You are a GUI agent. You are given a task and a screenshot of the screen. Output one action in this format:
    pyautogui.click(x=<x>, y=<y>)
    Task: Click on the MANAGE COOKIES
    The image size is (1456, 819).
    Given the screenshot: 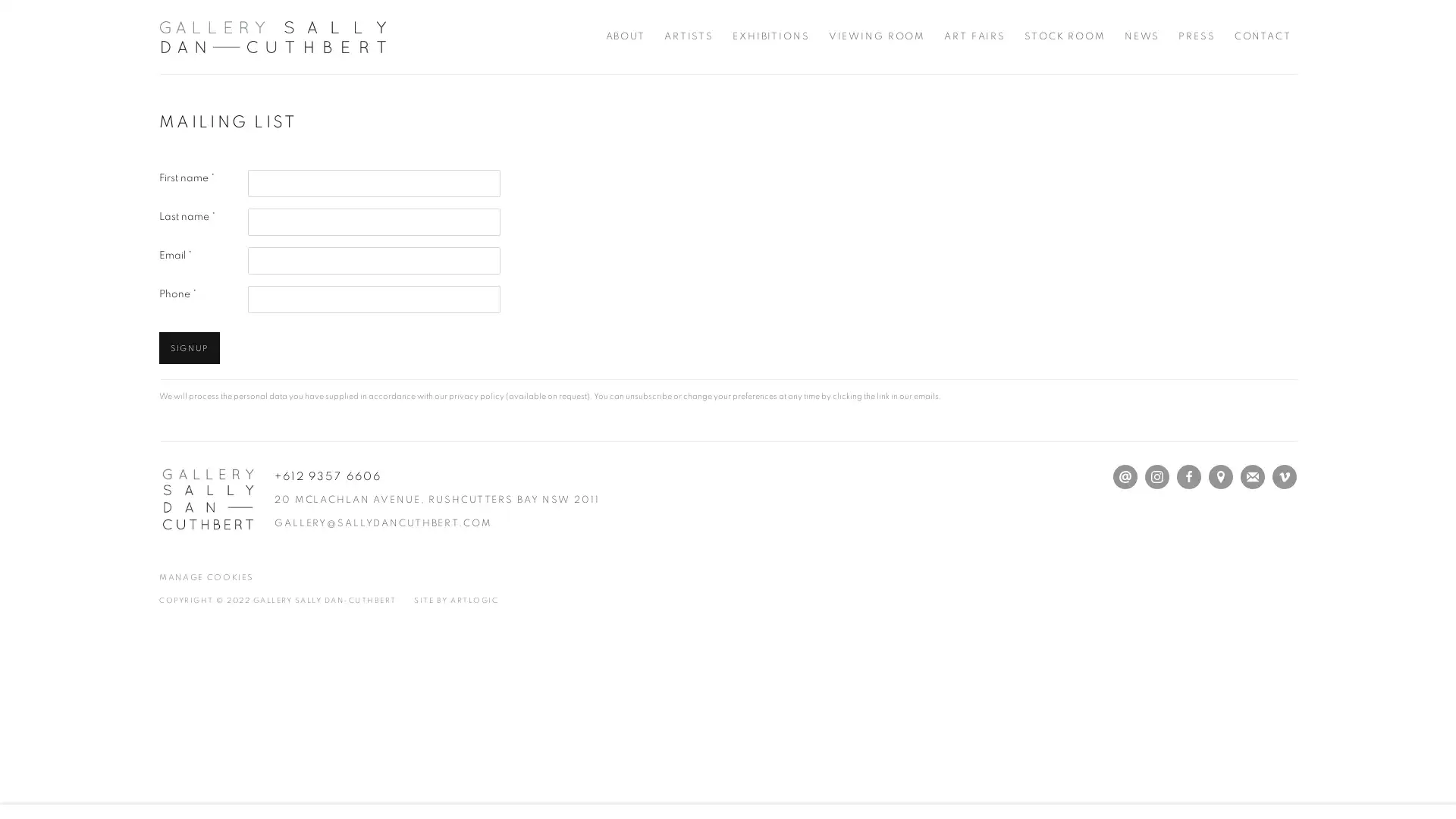 What is the action you would take?
    pyautogui.click(x=206, y=577)
    